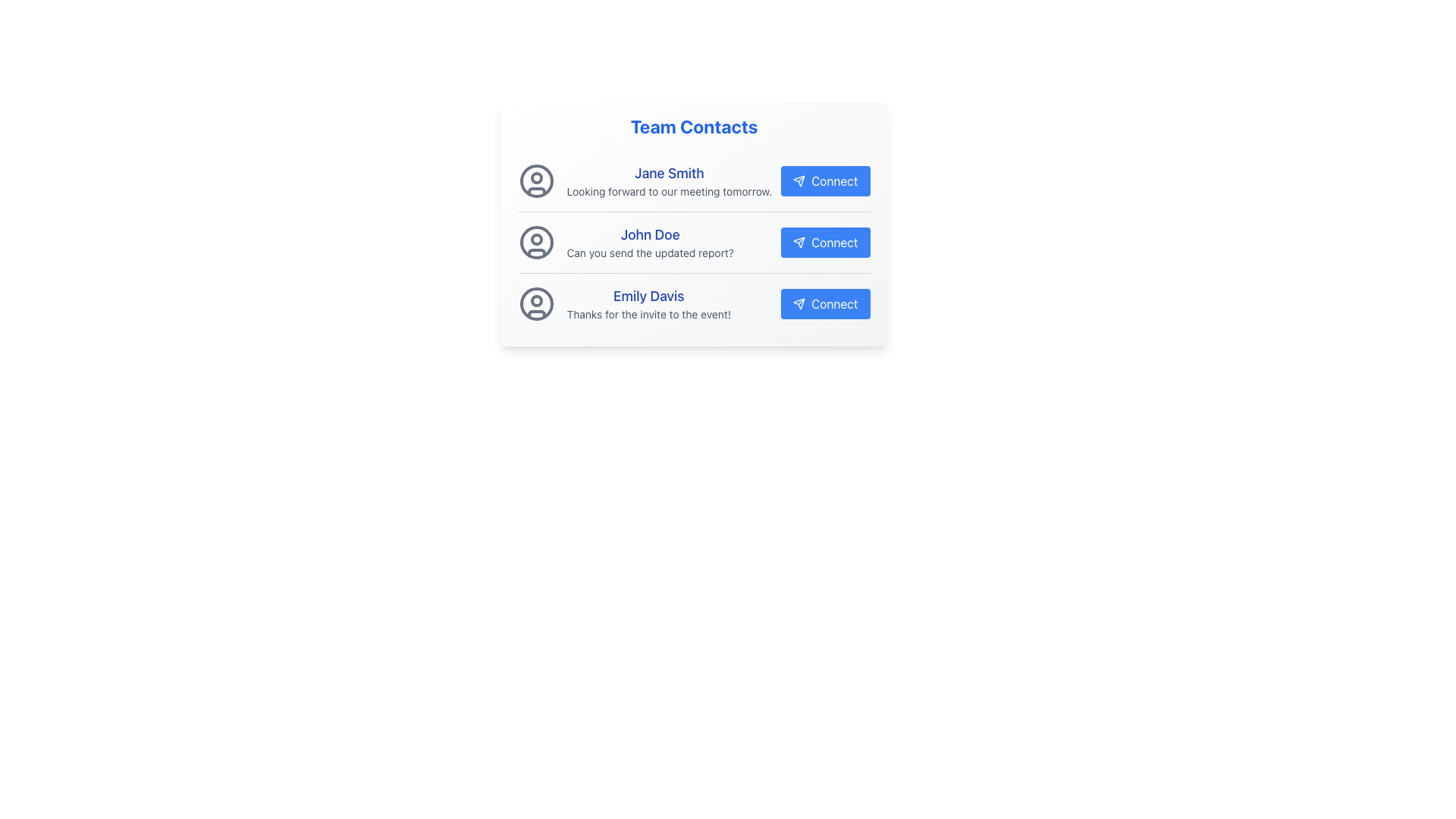  Describe the element at coordinates (536, 177) in the screenshot. I see `the small graphical circle located at the center of the profile icon next to 'Jane Smith' in the 'Team Contacts' section` at that location.